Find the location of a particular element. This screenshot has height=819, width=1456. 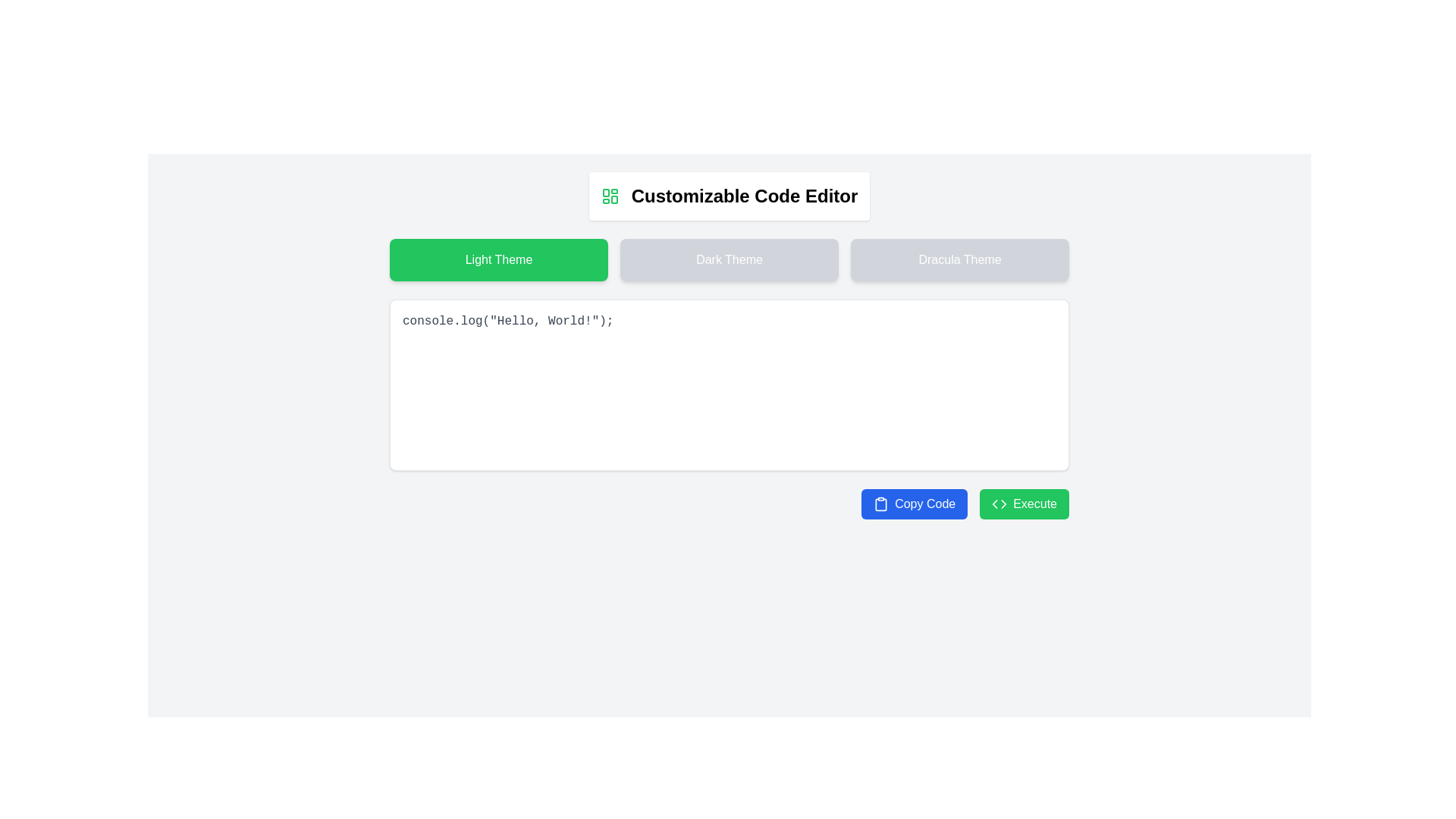

the 'Copy Code' button located at the bottom-right of the code-editing panel to observe its styling change is located at coordinates (914, 504).